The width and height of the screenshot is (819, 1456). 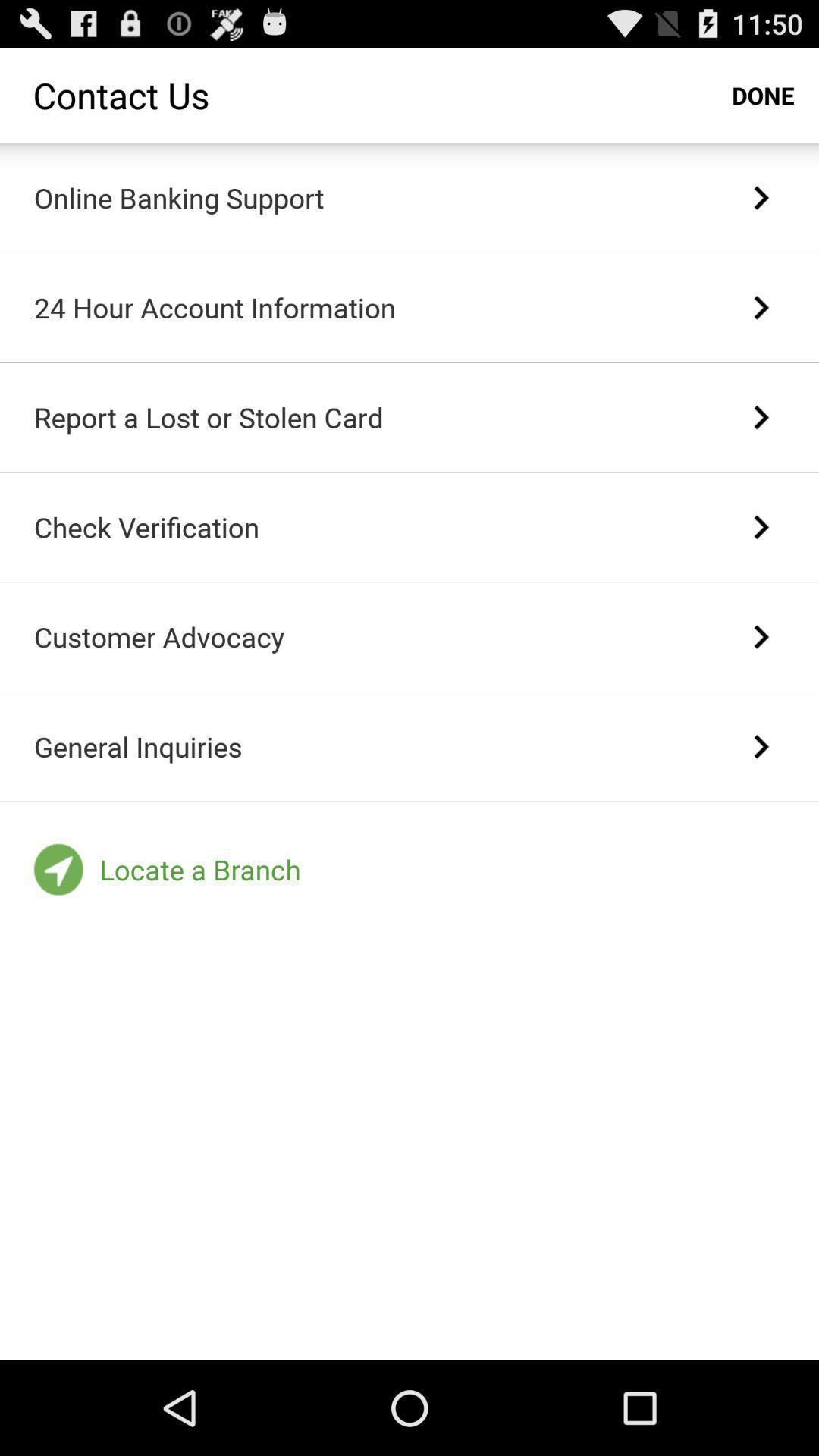 I want to click on the item next to 24 hour account icon, so click(x=761, y=306).